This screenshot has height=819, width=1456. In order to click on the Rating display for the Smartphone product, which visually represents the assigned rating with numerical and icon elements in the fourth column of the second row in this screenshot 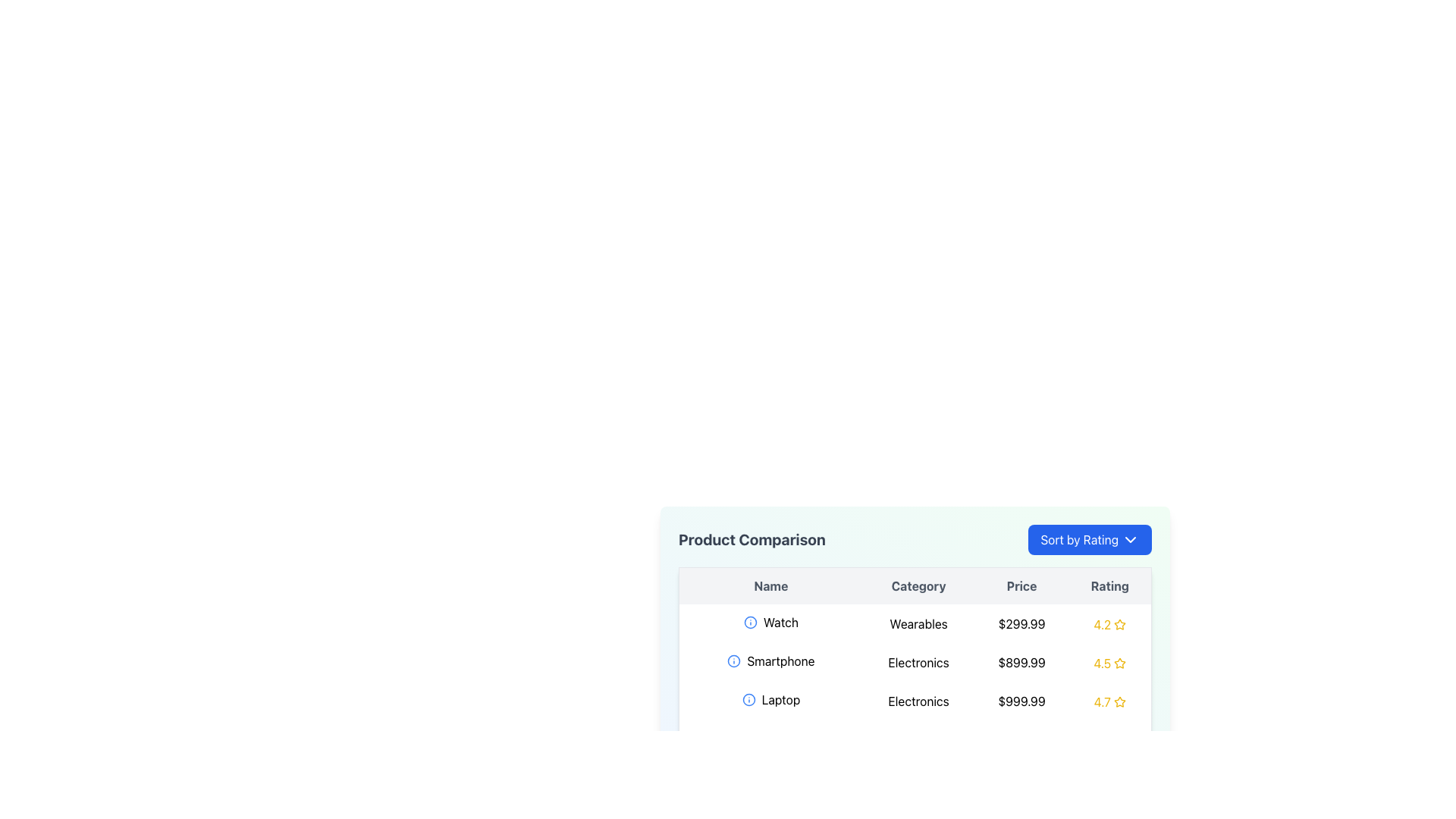, I will do `click(1109, 663)`.